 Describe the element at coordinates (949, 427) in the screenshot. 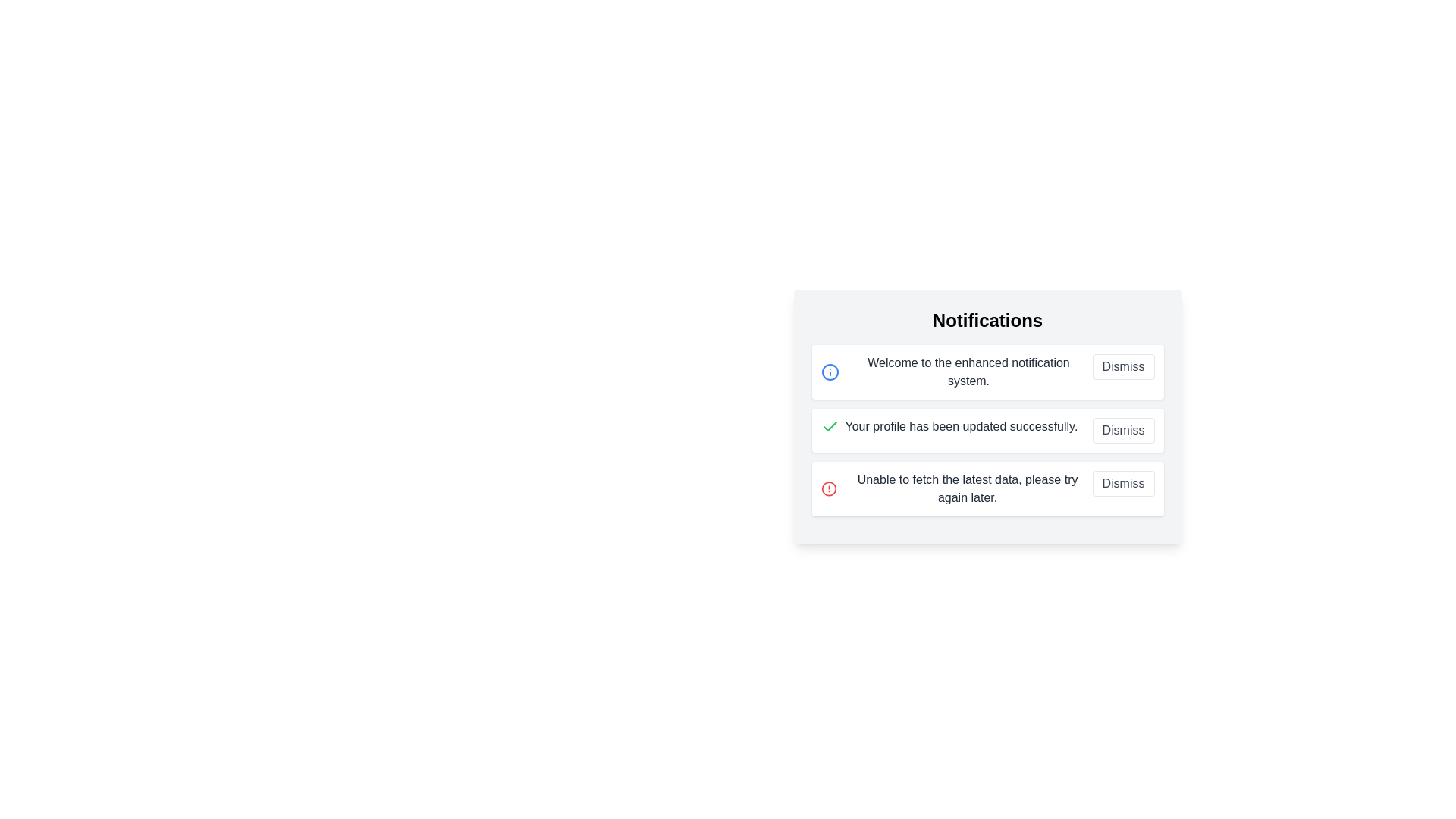

I see `the text label displaying 'Your profile has been updated successfully.' which is styled with gray text and has a green checkmark icon to its left` at that location.